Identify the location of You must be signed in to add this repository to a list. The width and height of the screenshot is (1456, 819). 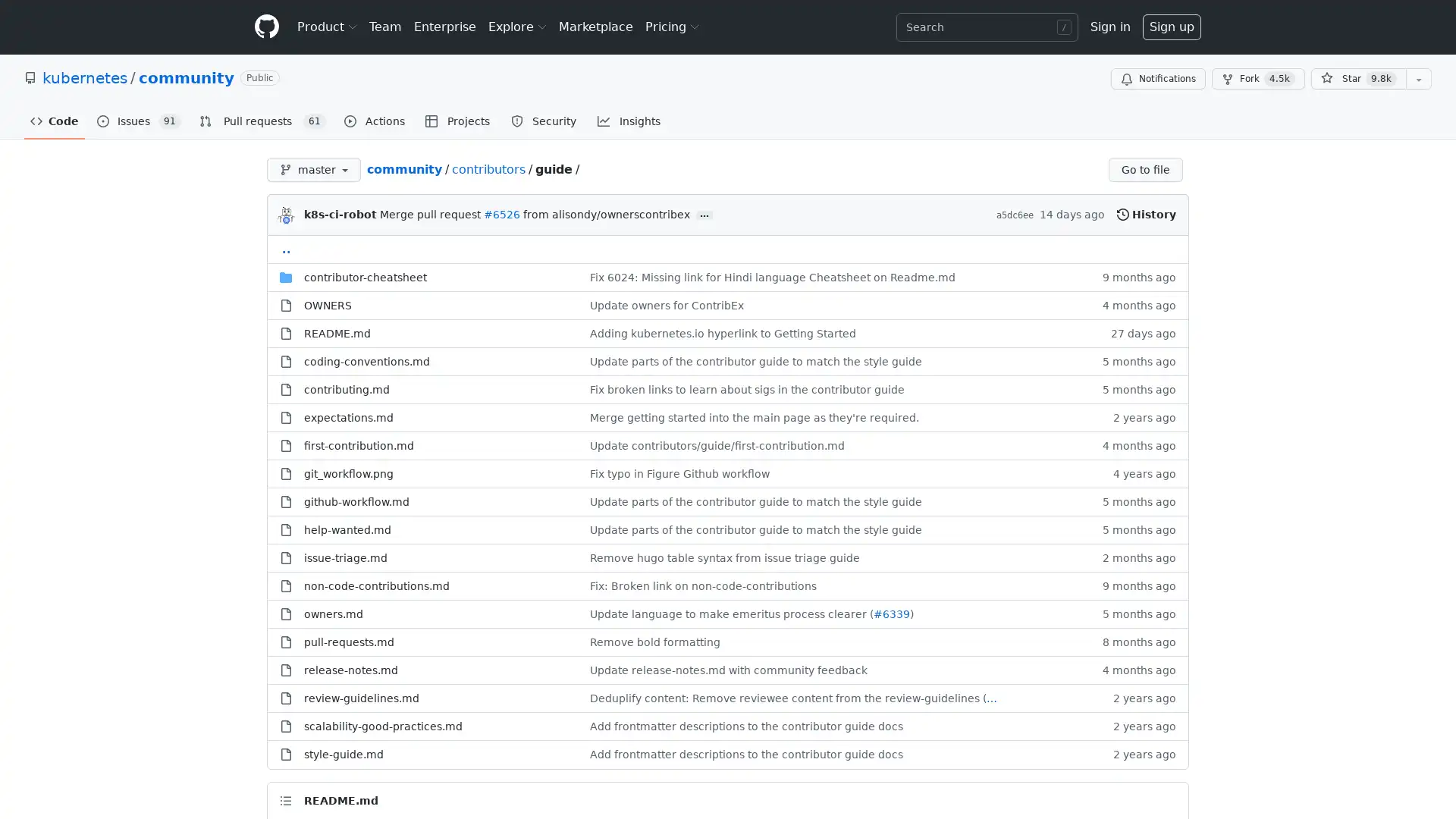
(1418, 79).